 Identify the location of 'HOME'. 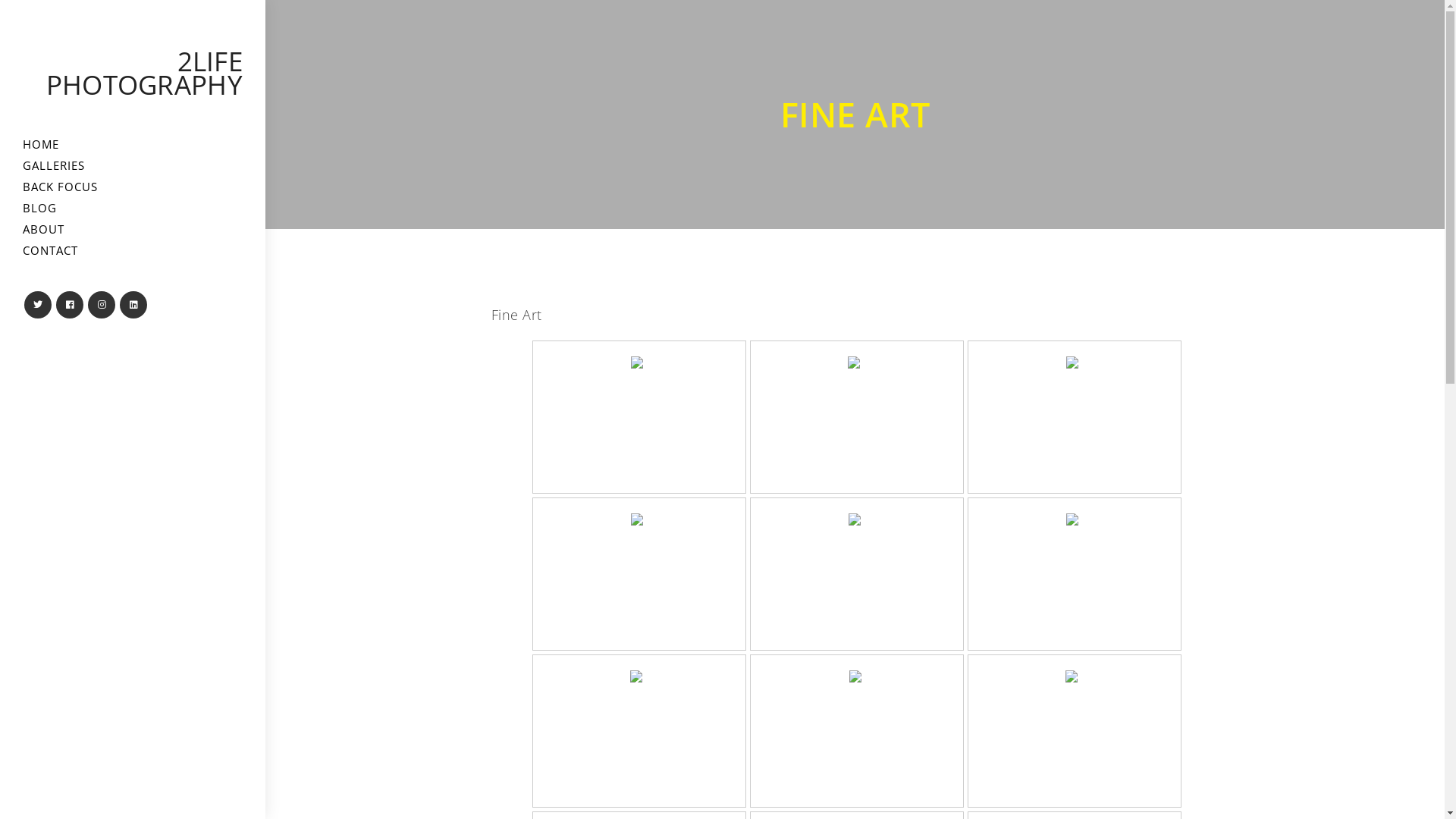
(0, 144).